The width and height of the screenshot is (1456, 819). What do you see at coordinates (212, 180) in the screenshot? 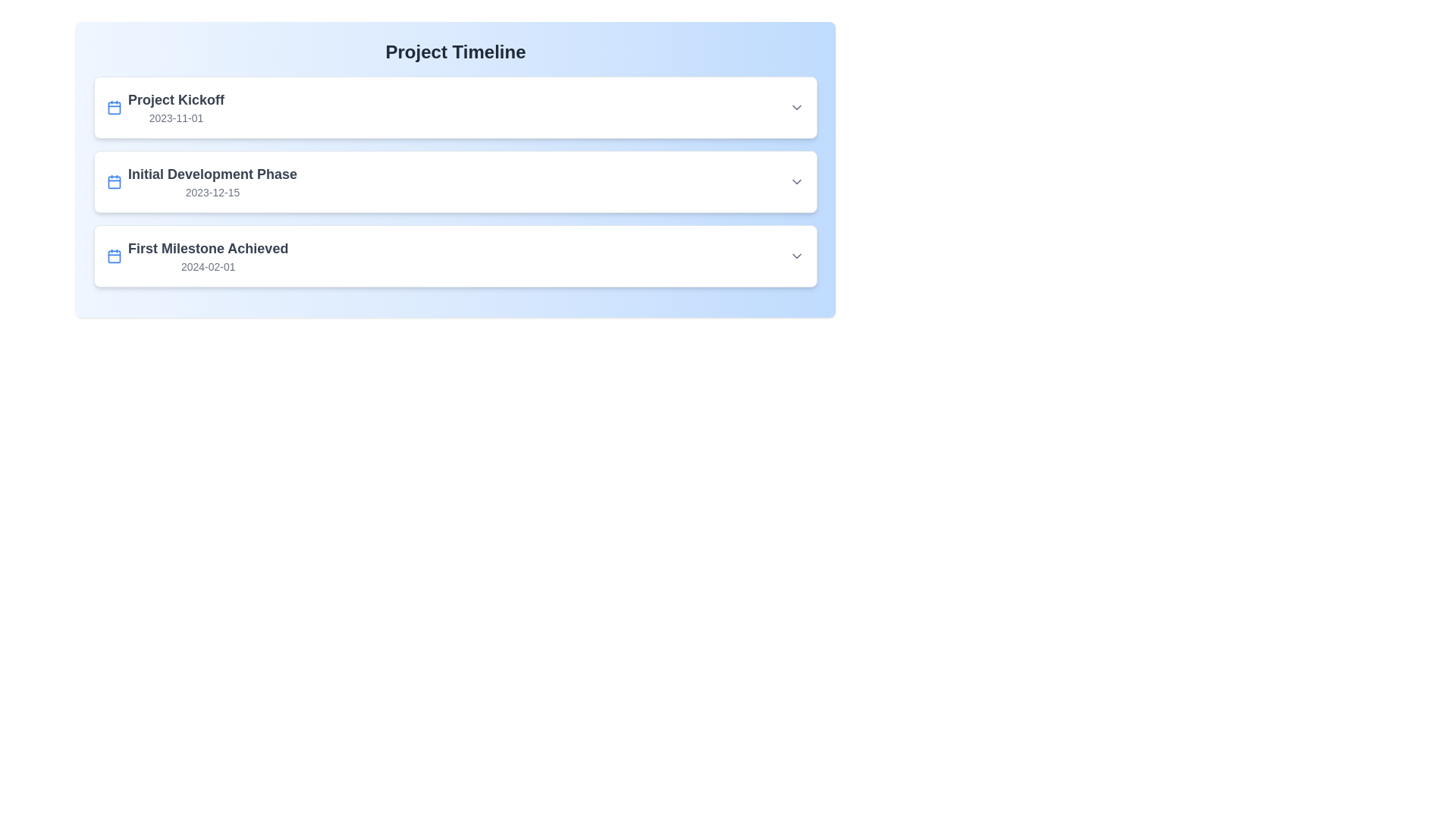
I see `text indicating the milestone labeled 'Initial Development Phase' located in the second position of a vertical list, between 'Project Kickoff' and 'First Milestone Achieved'` at bounding box center [212, 180].